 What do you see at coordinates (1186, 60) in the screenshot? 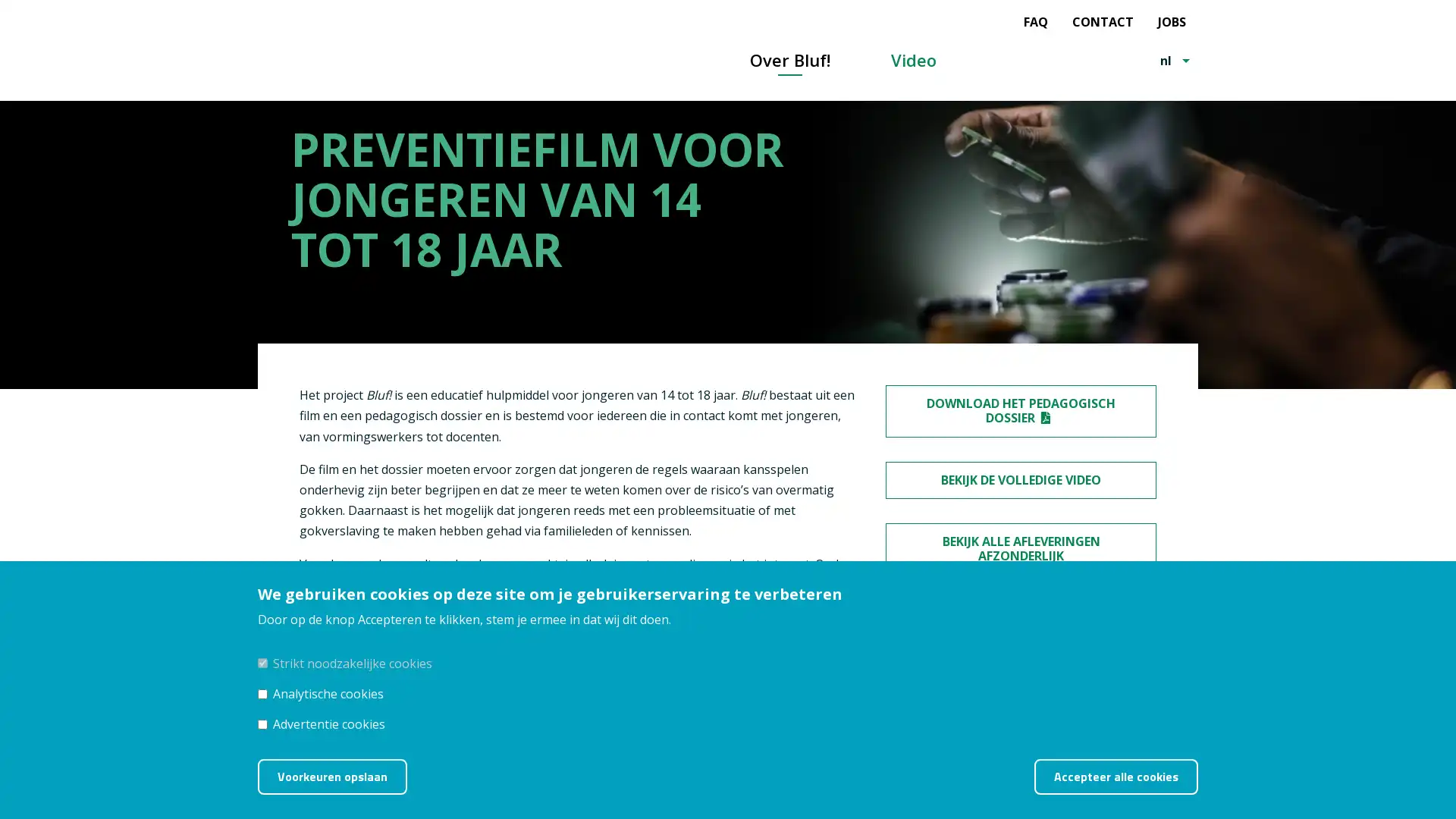
I see `other languages` at bounding box center [1186, 60].